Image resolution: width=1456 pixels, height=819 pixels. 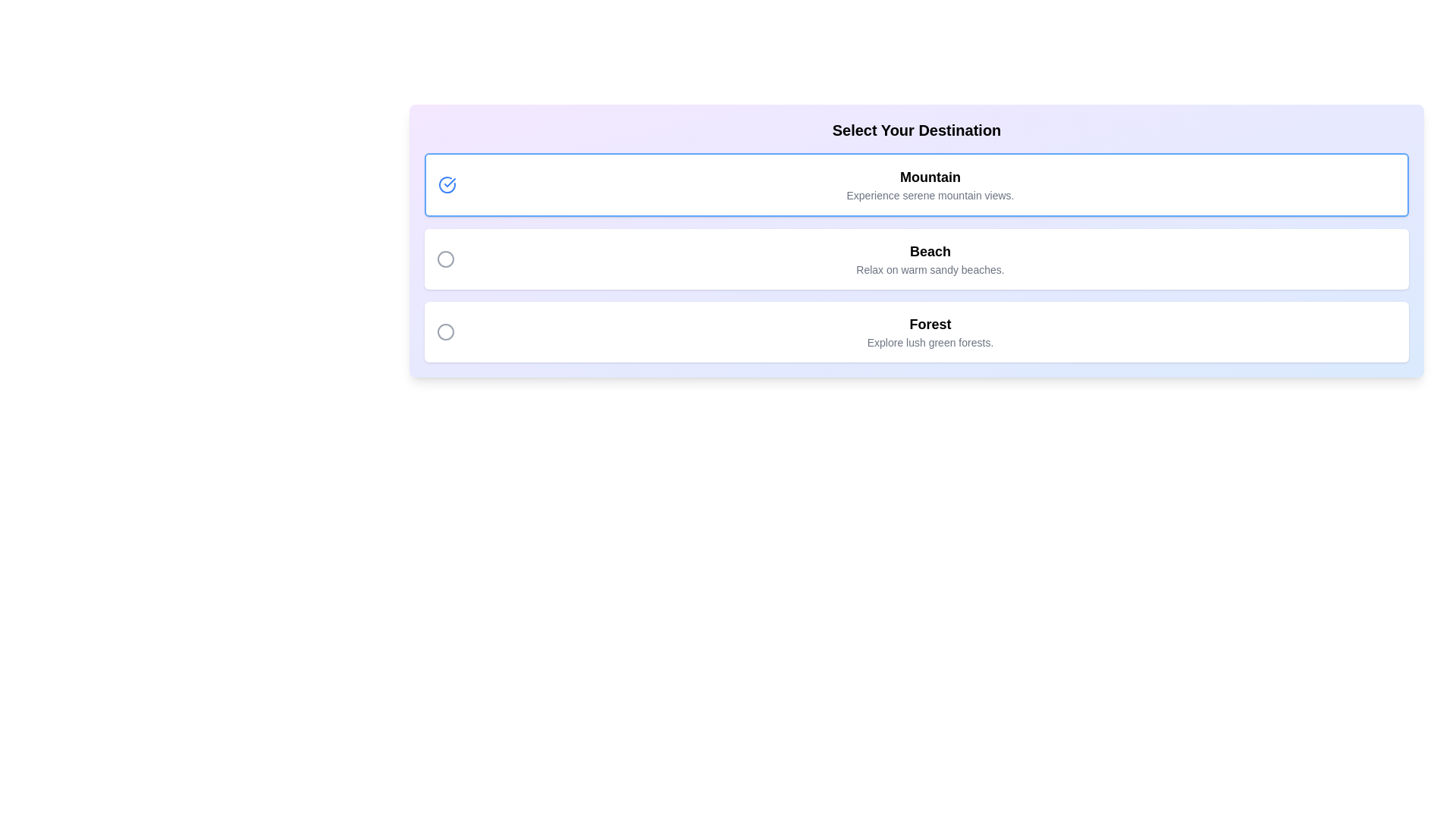 What do you see at coordinates (445, 331) in the screenshot?
I see `the Radio button indicator (circle outline) representing the unselected state for the 'Forest' option group` at bounding box center [445, 331].